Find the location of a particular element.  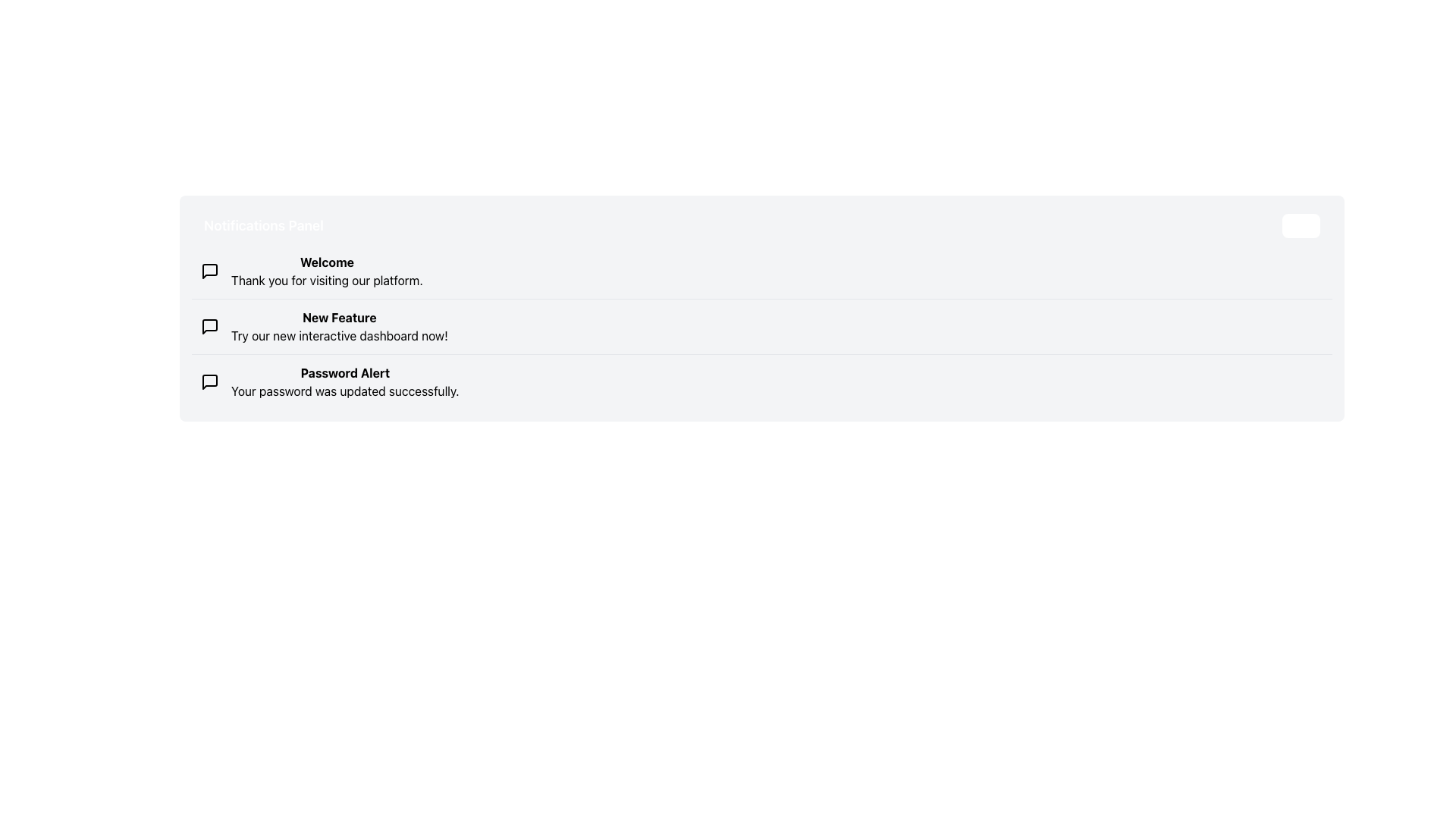

notification about the successful update of the user's password, which is the third item in the vertical notification list is located at coordinates (344, 381).